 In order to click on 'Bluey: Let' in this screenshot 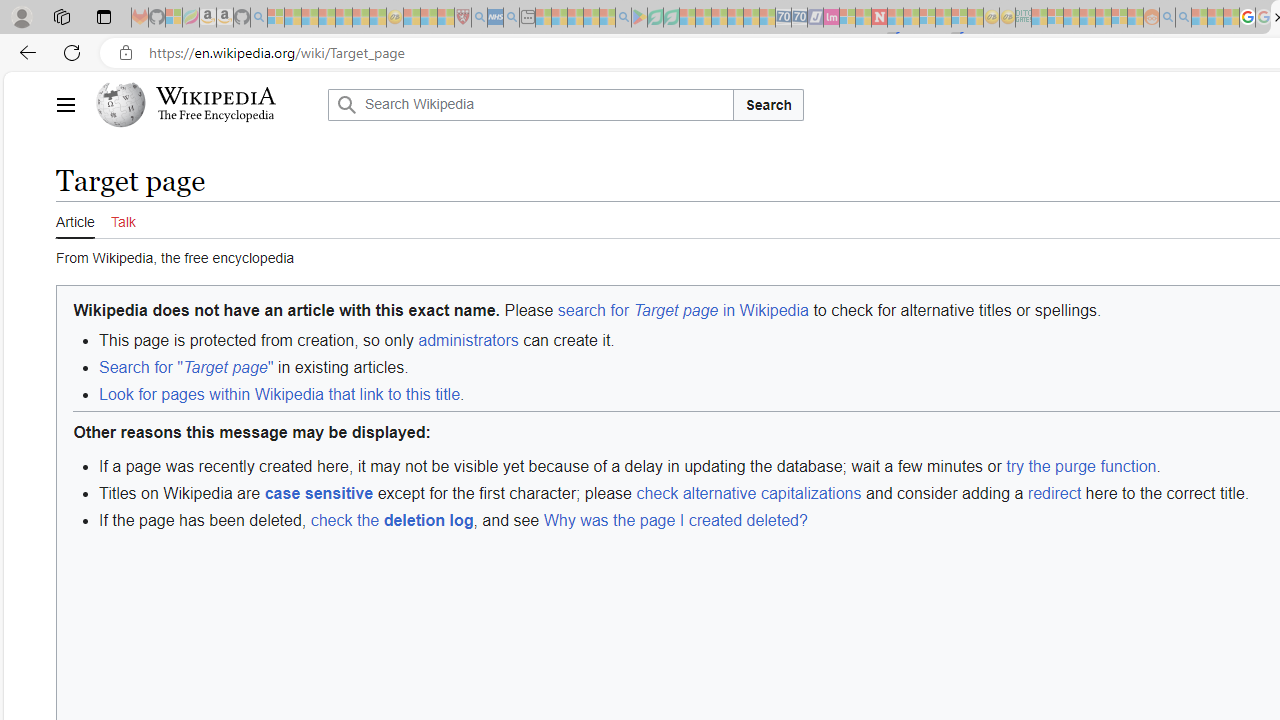, I will do `click(638, 17)`.